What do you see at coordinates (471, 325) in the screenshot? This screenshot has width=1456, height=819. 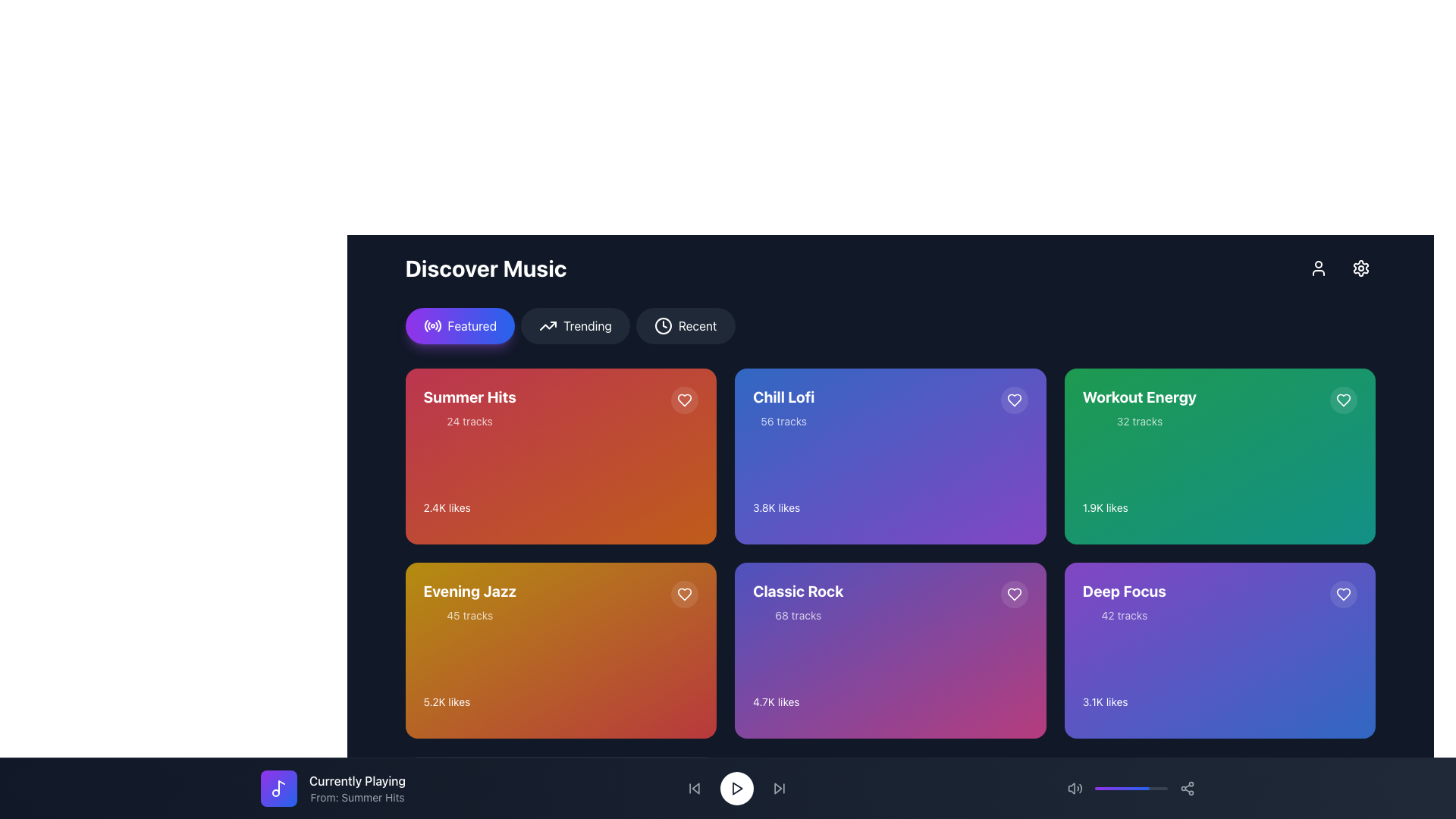 I see `the 'Featured' label, which is a static label within a gradient button displaying the text in white on a rounded rectangle background` at bounding box center [471, 325].